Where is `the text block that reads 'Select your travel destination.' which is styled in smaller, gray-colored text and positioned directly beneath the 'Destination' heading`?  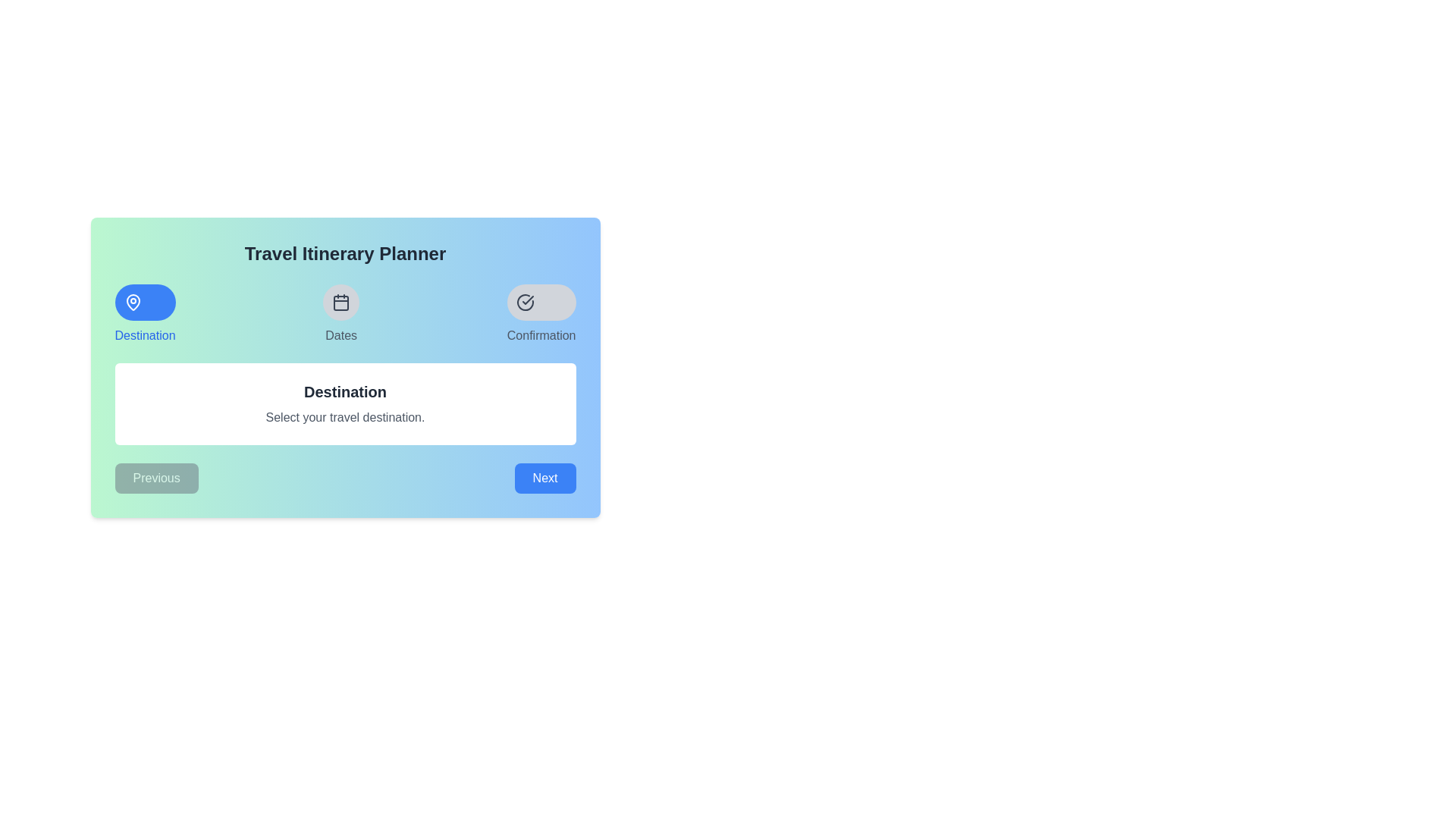 the text block that reads 'Select your travel destination.' which is styled in smaller, gray-colored text and positioned directly beneath the 'Destination' heading is located at coordinates (344, 418).